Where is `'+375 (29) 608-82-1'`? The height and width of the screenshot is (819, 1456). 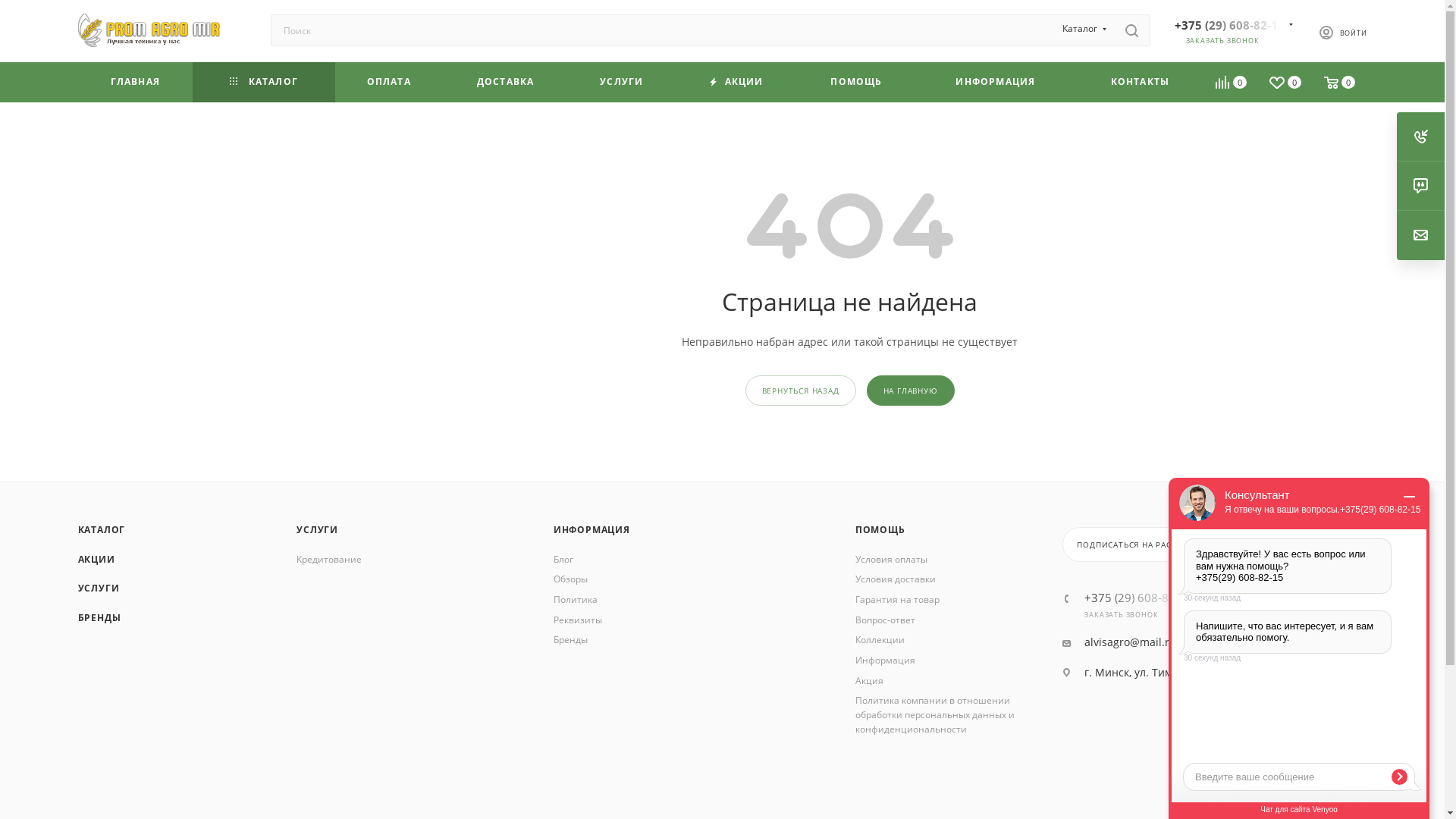 '+375 (29) 608-82-1' is located at coordinates (1228, 25).